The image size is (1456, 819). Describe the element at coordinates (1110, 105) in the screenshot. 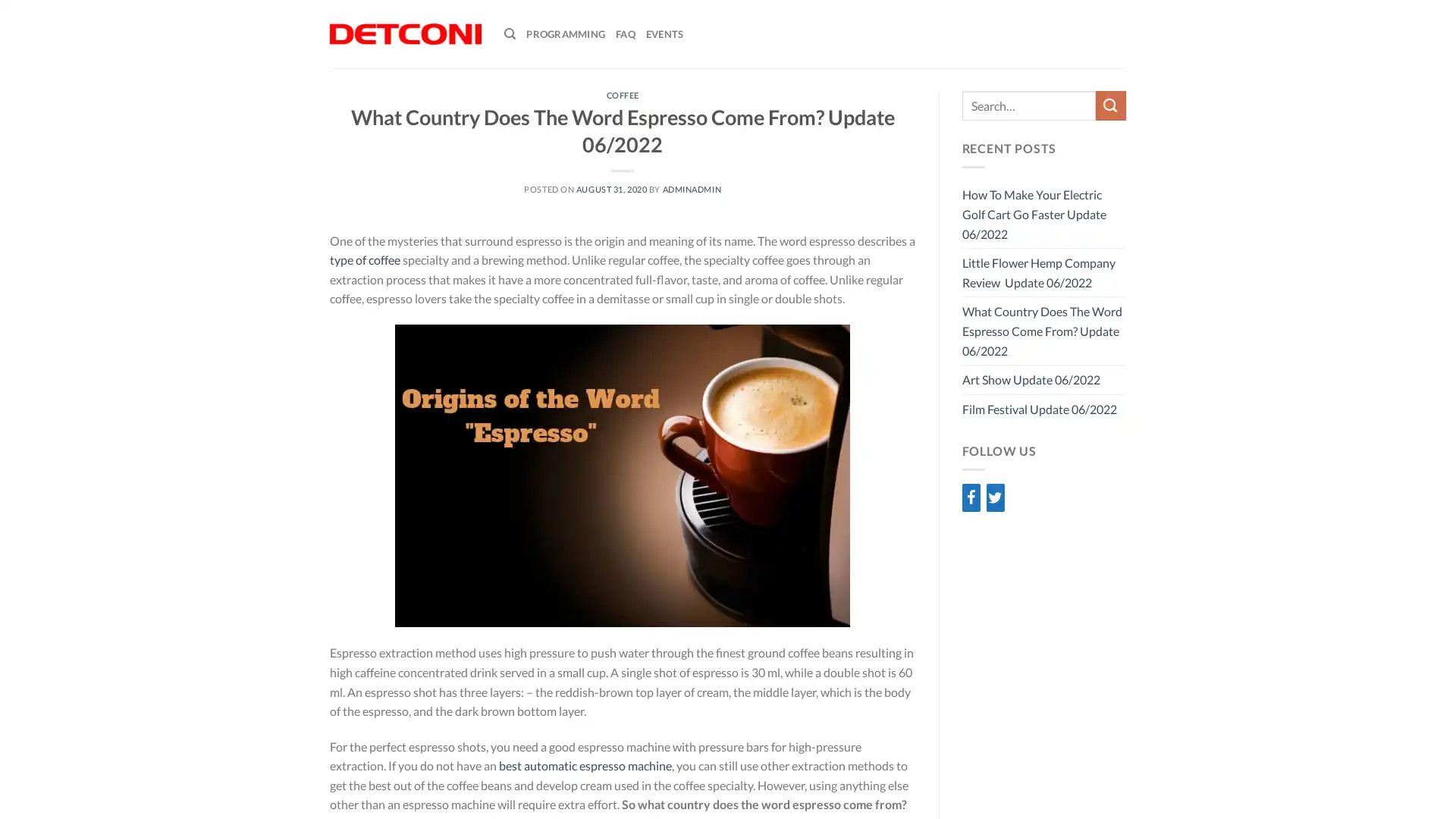

I see `Submit` at that location.